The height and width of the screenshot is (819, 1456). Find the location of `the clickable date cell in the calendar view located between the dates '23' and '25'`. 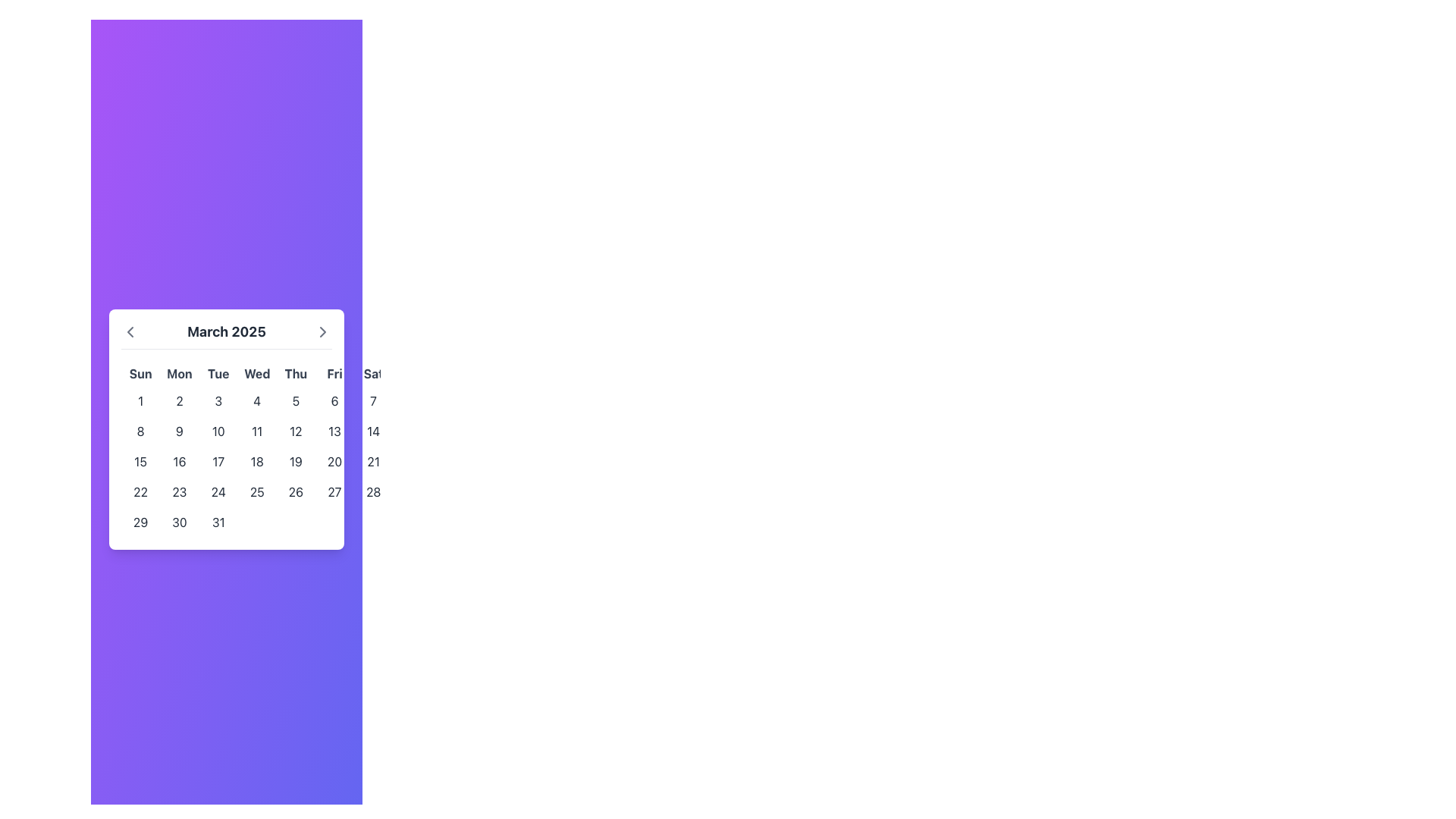

the clickable date cell in the calendar view located between the dates '23' and '25' is located at coordinates (218, 491).